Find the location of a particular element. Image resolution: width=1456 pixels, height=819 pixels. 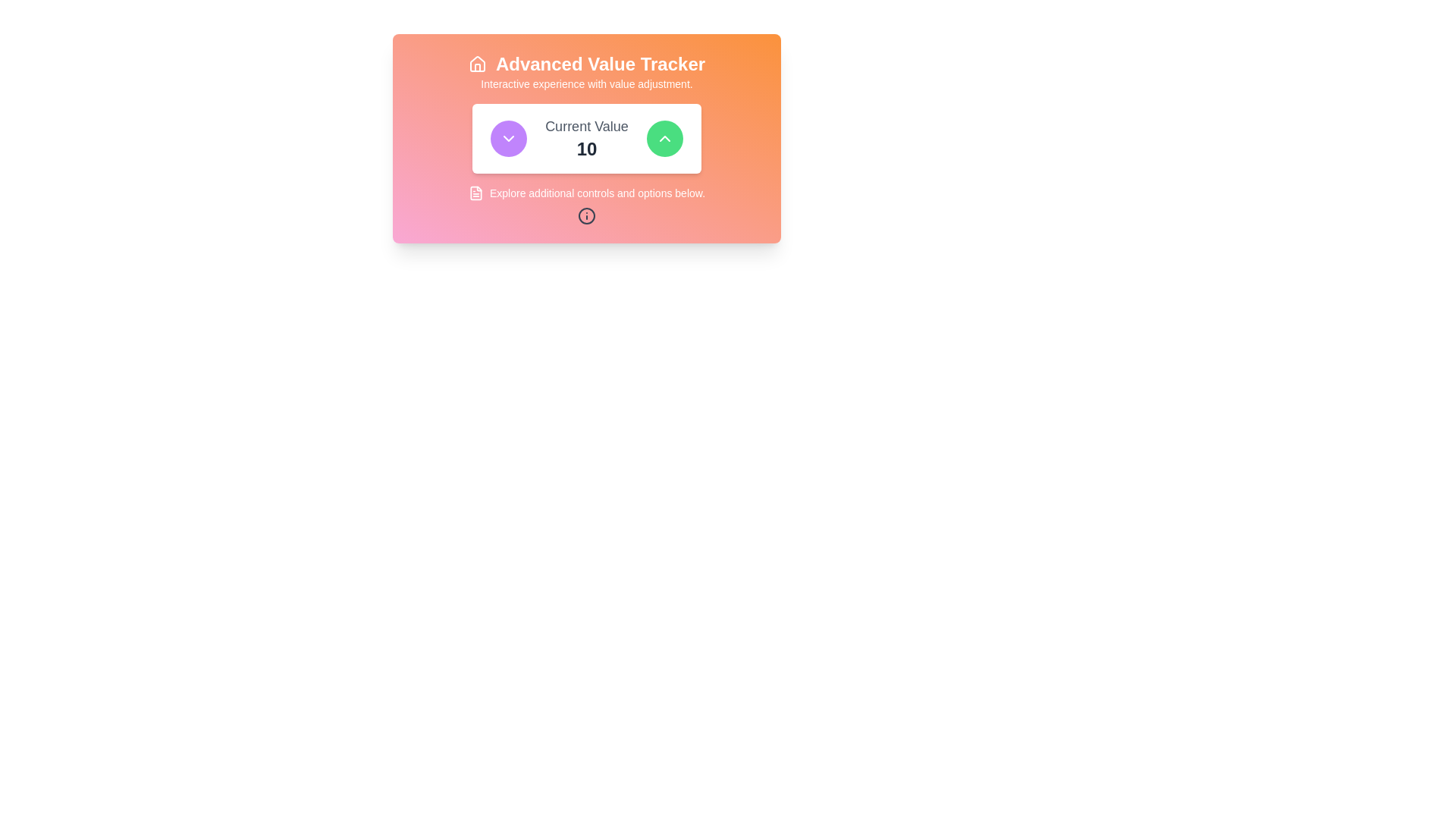

the graphic icon representing files or documents located below the 'Advanced Value Tracker' title and above the text 'Explore additional controls and options below.' is located at coordinates (475, 192).